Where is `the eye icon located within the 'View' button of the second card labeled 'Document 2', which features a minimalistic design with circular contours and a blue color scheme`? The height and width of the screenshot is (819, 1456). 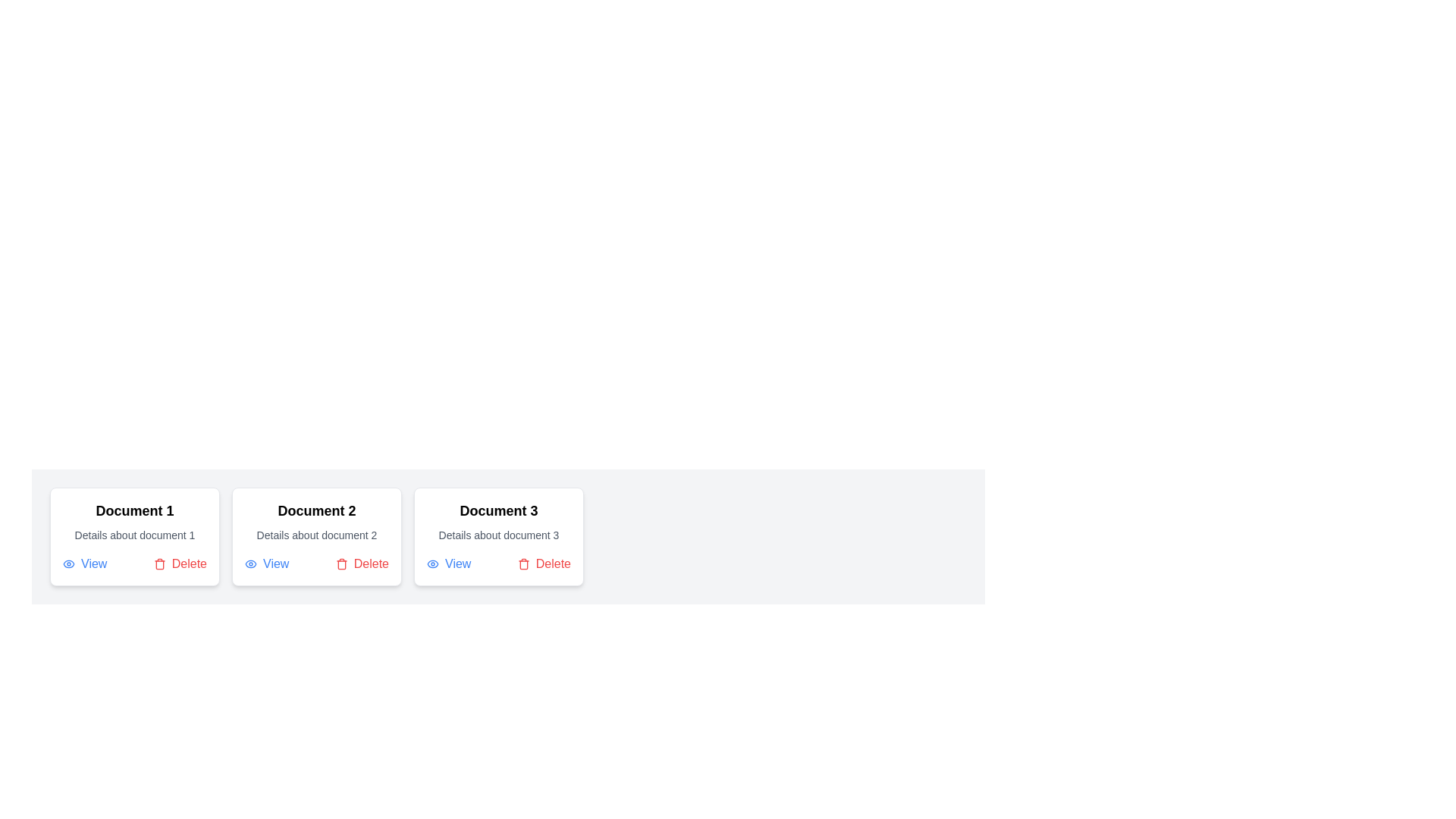 the eye icon located within the 'View' button of the second card labeled 'Document 2', which features a minimalistic design with circular contours and a blue color scheme is located at coordinates (251, 564).